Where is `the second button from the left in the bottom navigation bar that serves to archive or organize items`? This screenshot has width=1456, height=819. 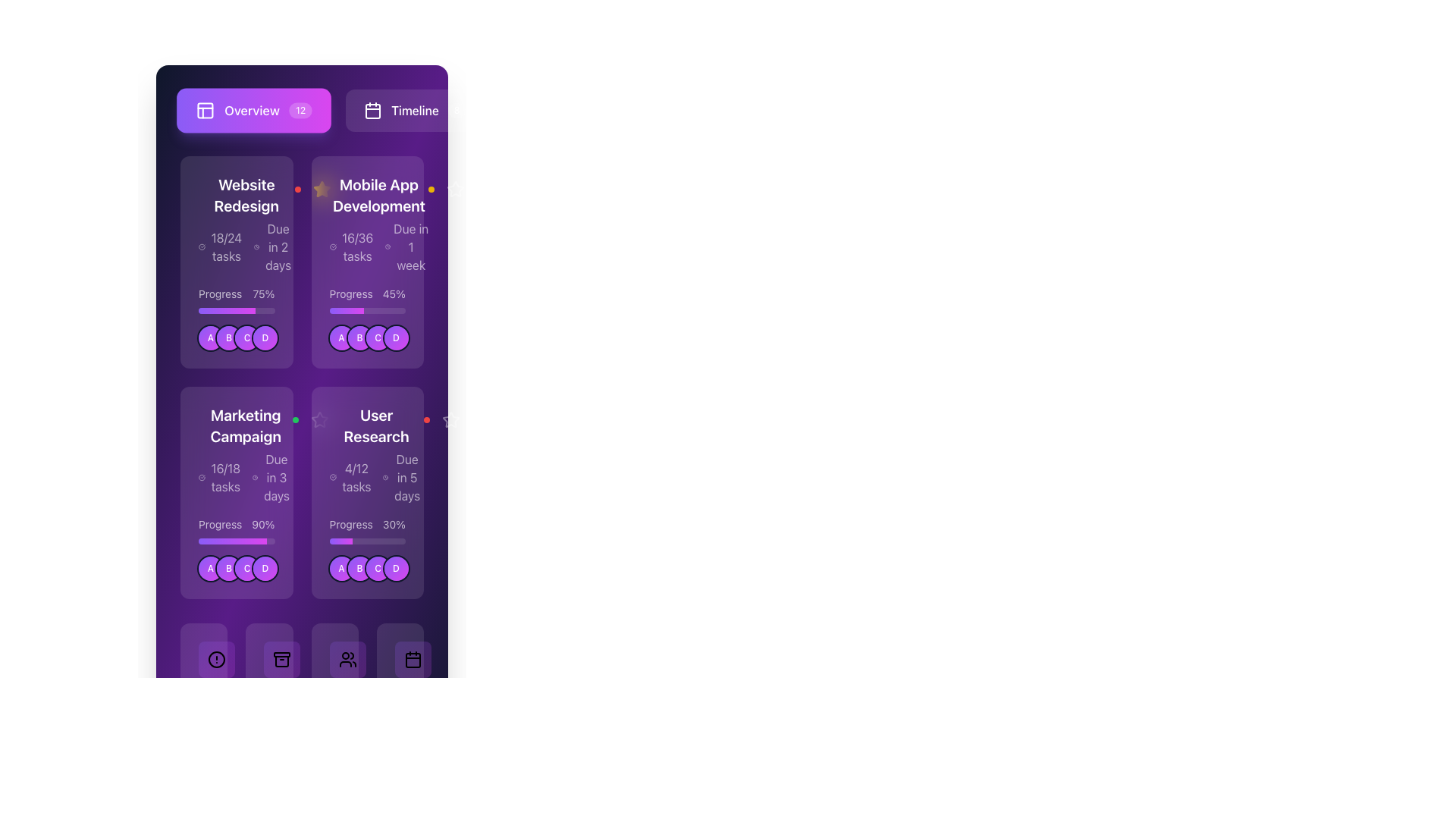 the second button from the left in the bottom navigation bar that serves to archive or organize items is located at coordinates (282, 659).